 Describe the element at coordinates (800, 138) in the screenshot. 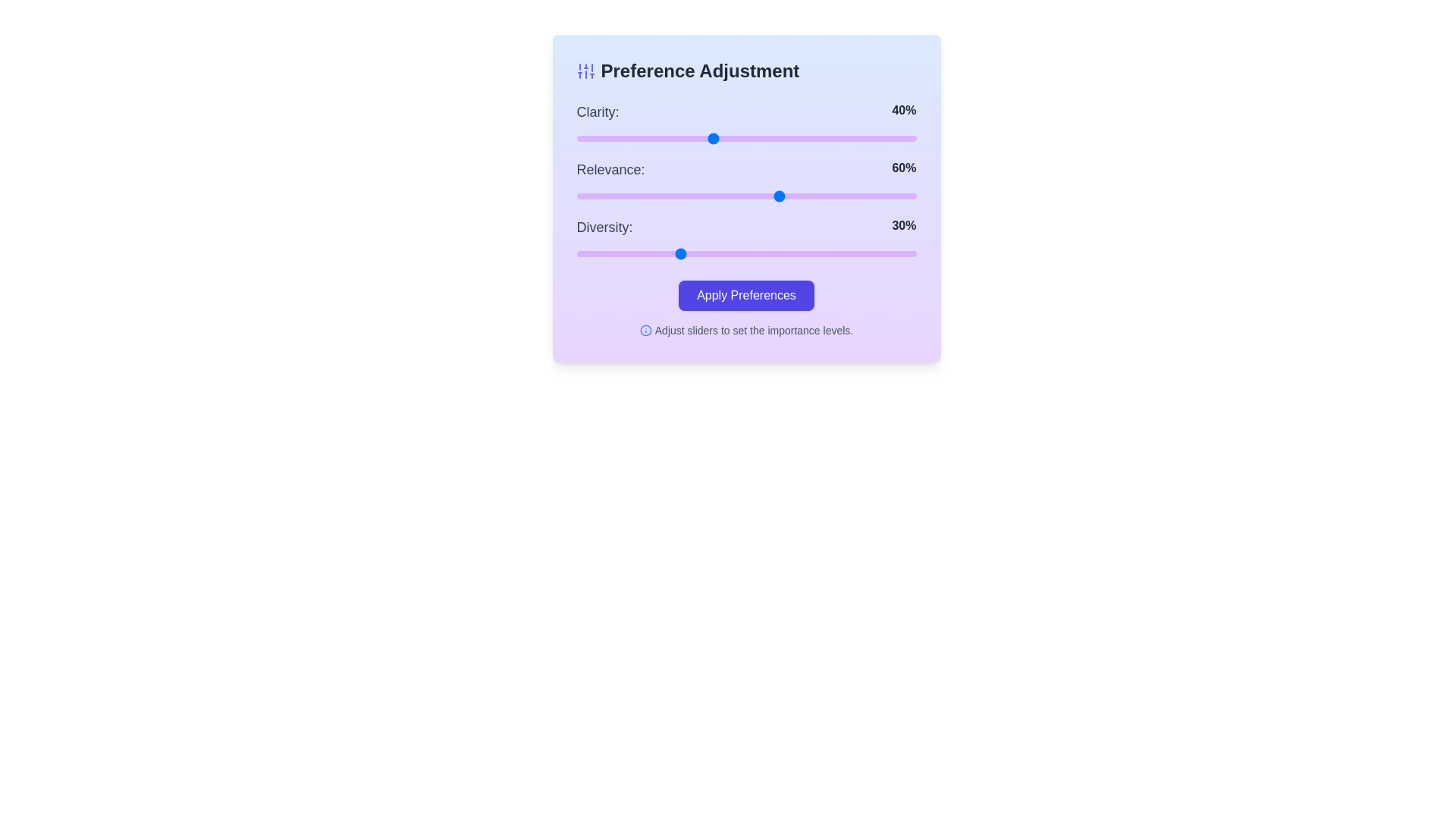

I see `the 0 slider to 66%` at that location.